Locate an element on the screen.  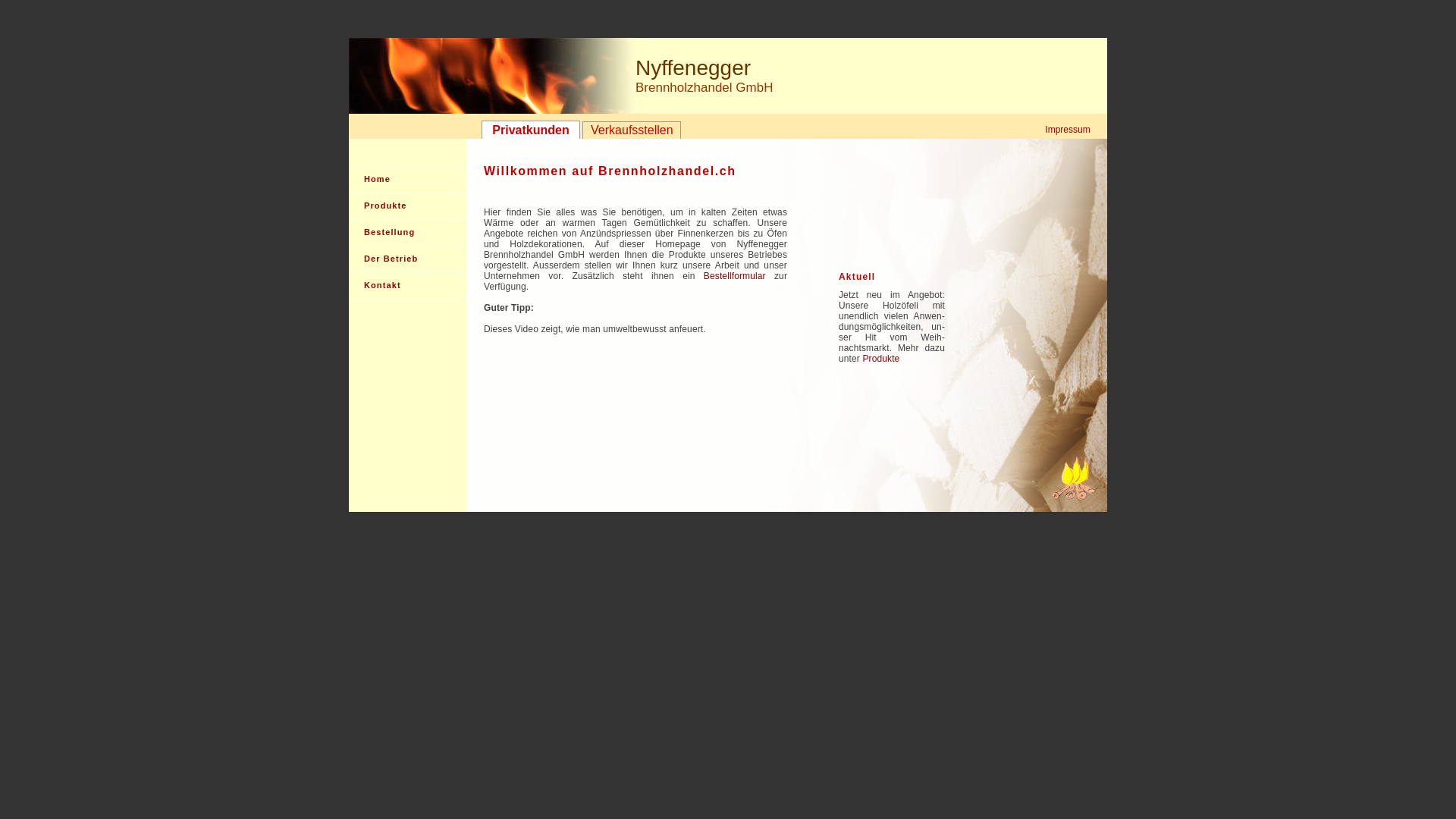
'Impressum' is located at coordinates (1066, 128).